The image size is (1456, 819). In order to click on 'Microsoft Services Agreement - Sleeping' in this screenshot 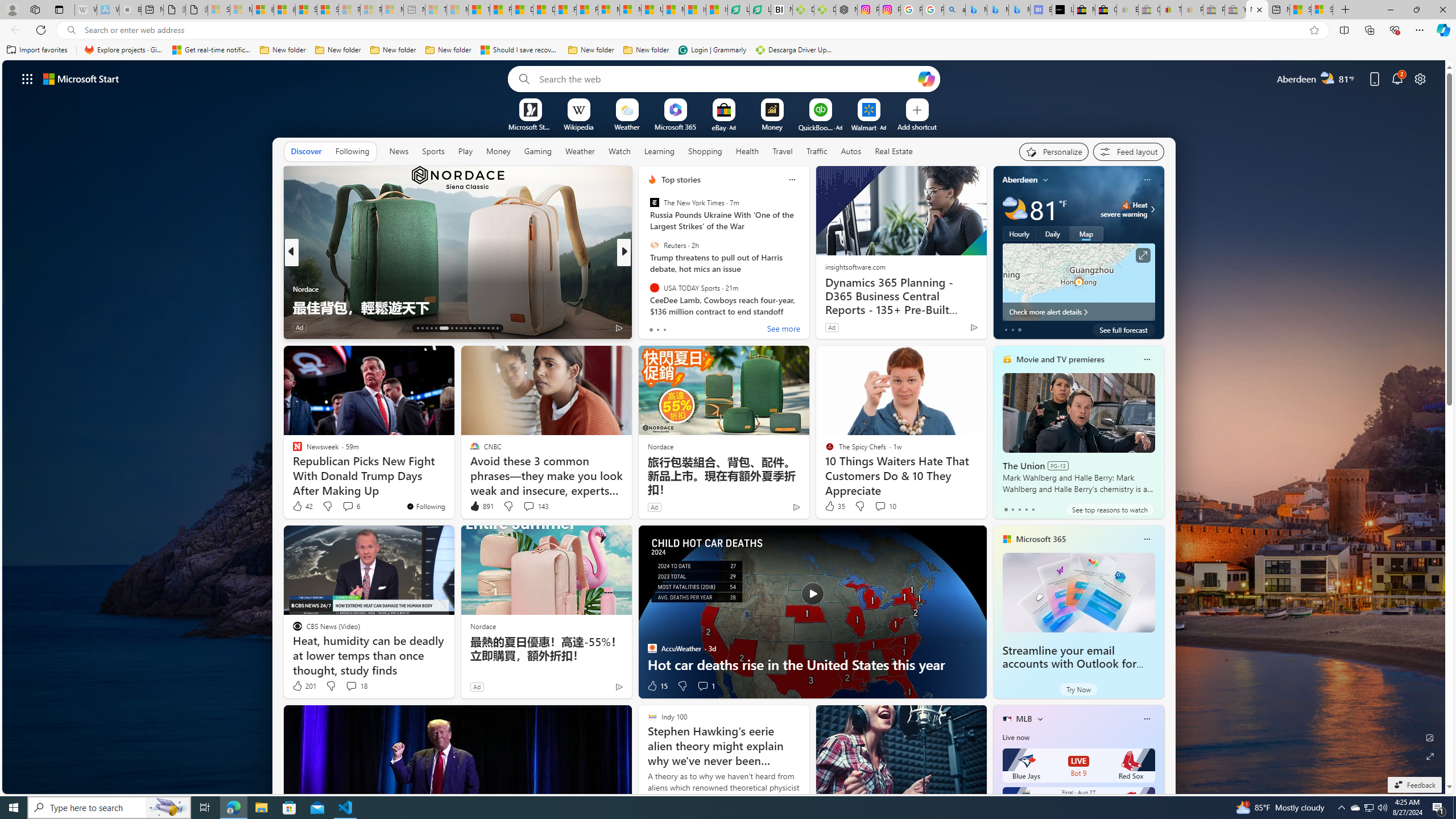, I will do `click(241, 9)`.